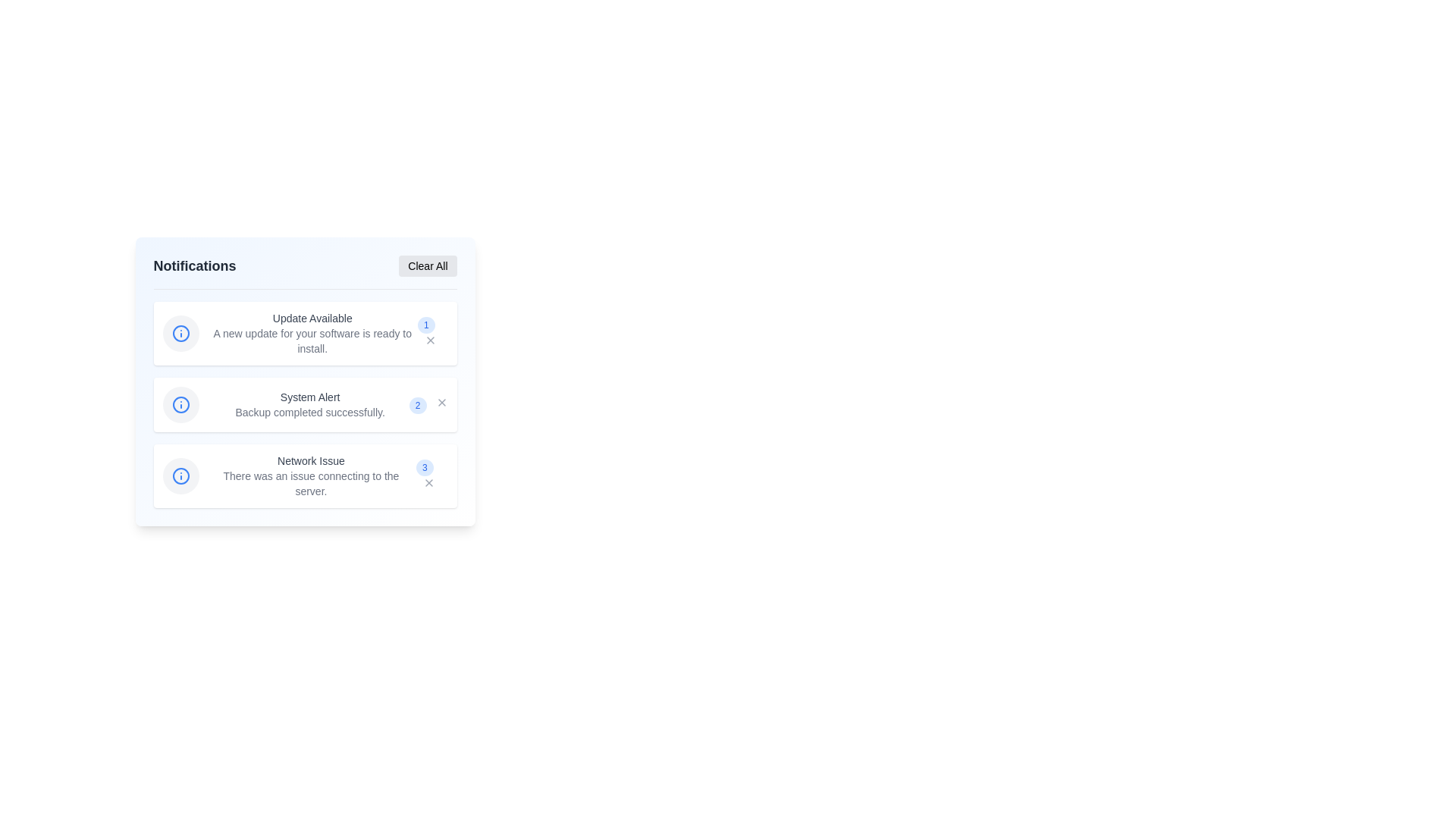 Image resolution: width=1456 pixels, height=819 pixels. What do you see at coordinates (304, 403) in the screenshot?
I see `the second notification item in the Notification Card, which is located between 'Update Available' and 'Network Issue'` at bounding box center [304, 403].